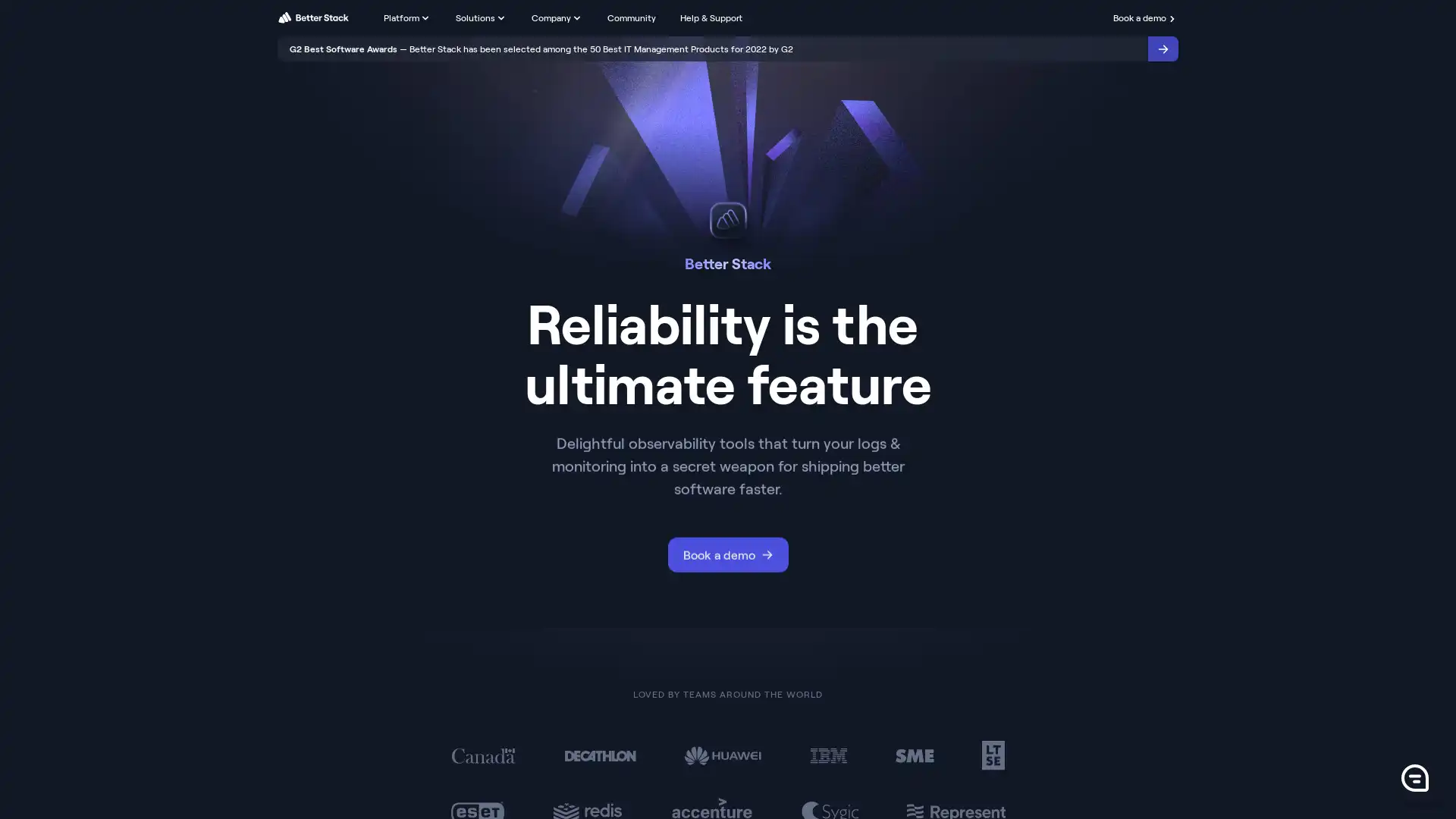 The width and height of the screenshot is (1456, 819). What do you see at coordinates (1414, 778) in the screenshot?
I see `0 Launch Front Chat` at bounding box center [1414, 778].